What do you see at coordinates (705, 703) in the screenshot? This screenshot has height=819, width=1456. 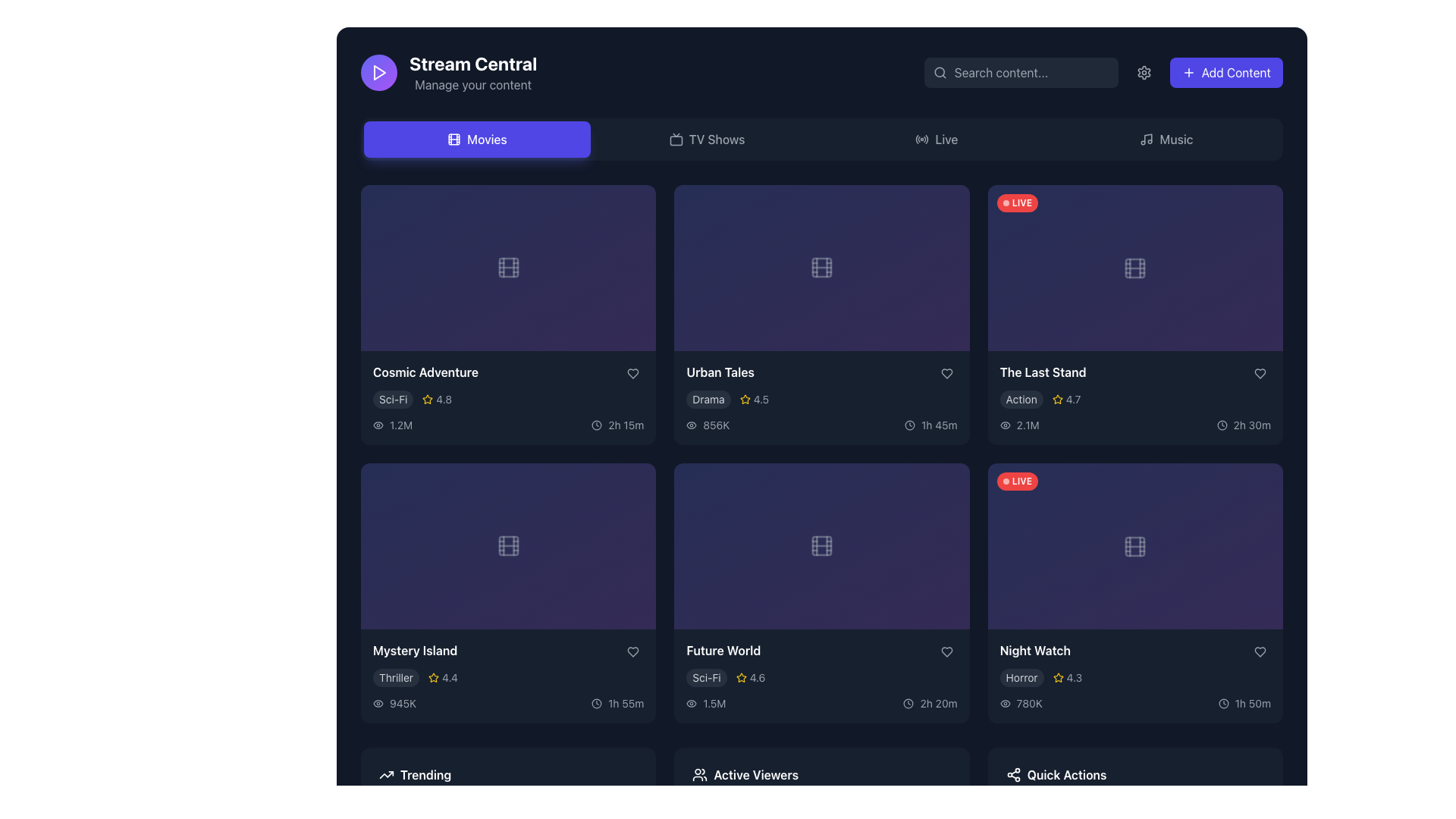 I see `the view count displayed on the Icon located under the content title of the 'Future World' content card in the 'Movies' section` at bounding box center [705, 703].